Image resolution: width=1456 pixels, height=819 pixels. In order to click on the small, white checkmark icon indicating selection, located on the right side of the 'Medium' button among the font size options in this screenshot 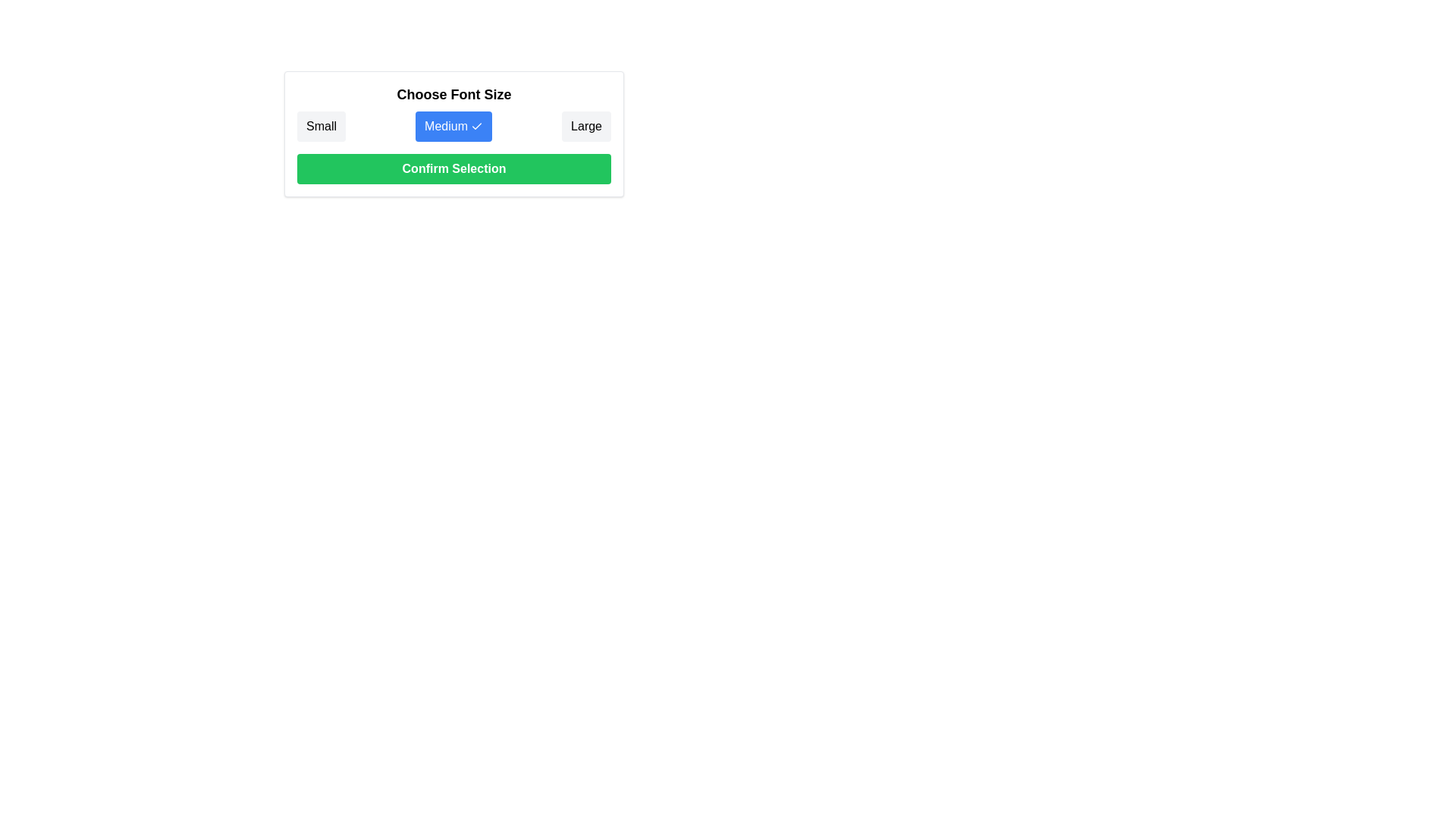, I will do `click(475, 125)`.